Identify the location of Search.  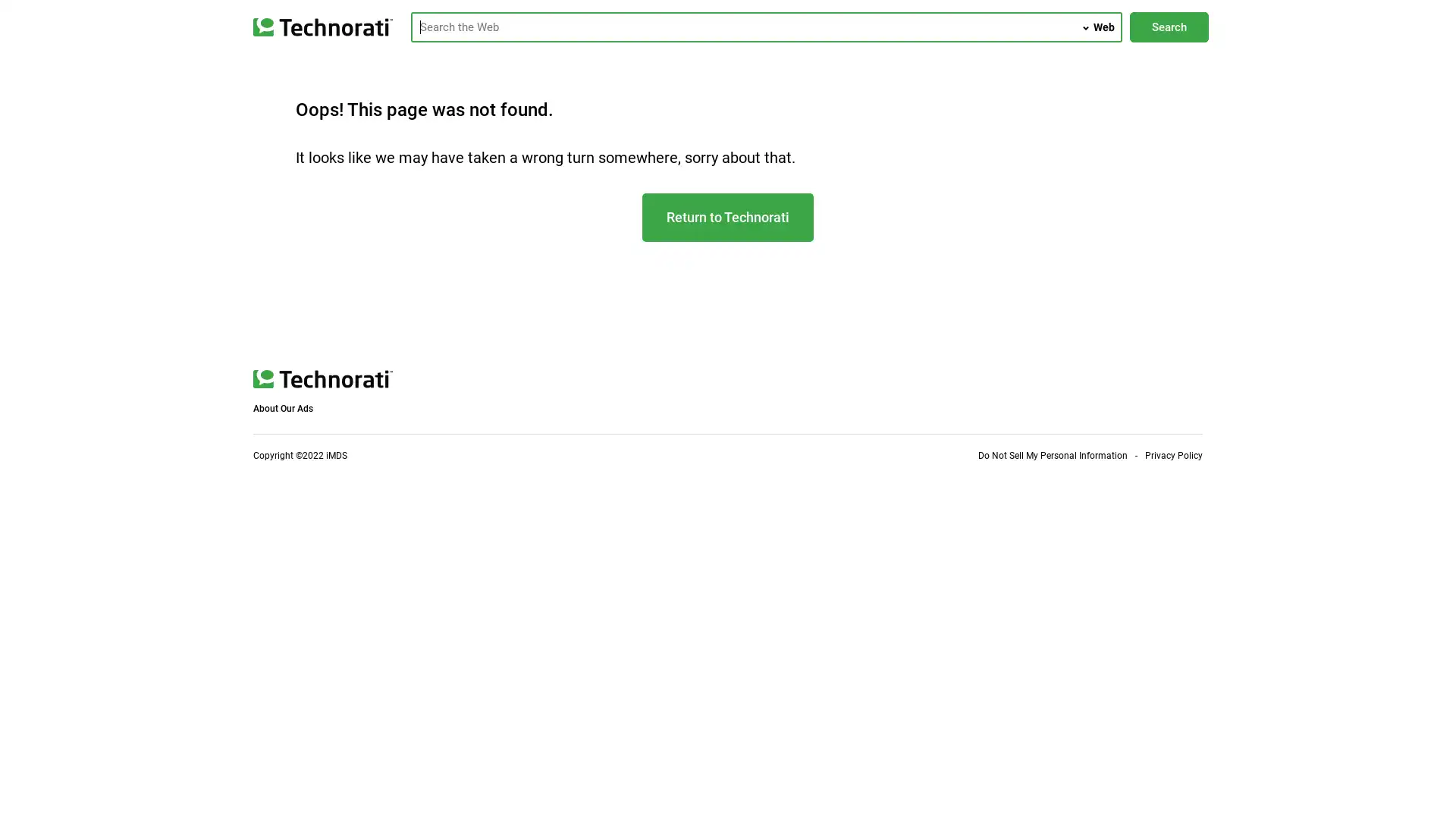
(1168, 27).